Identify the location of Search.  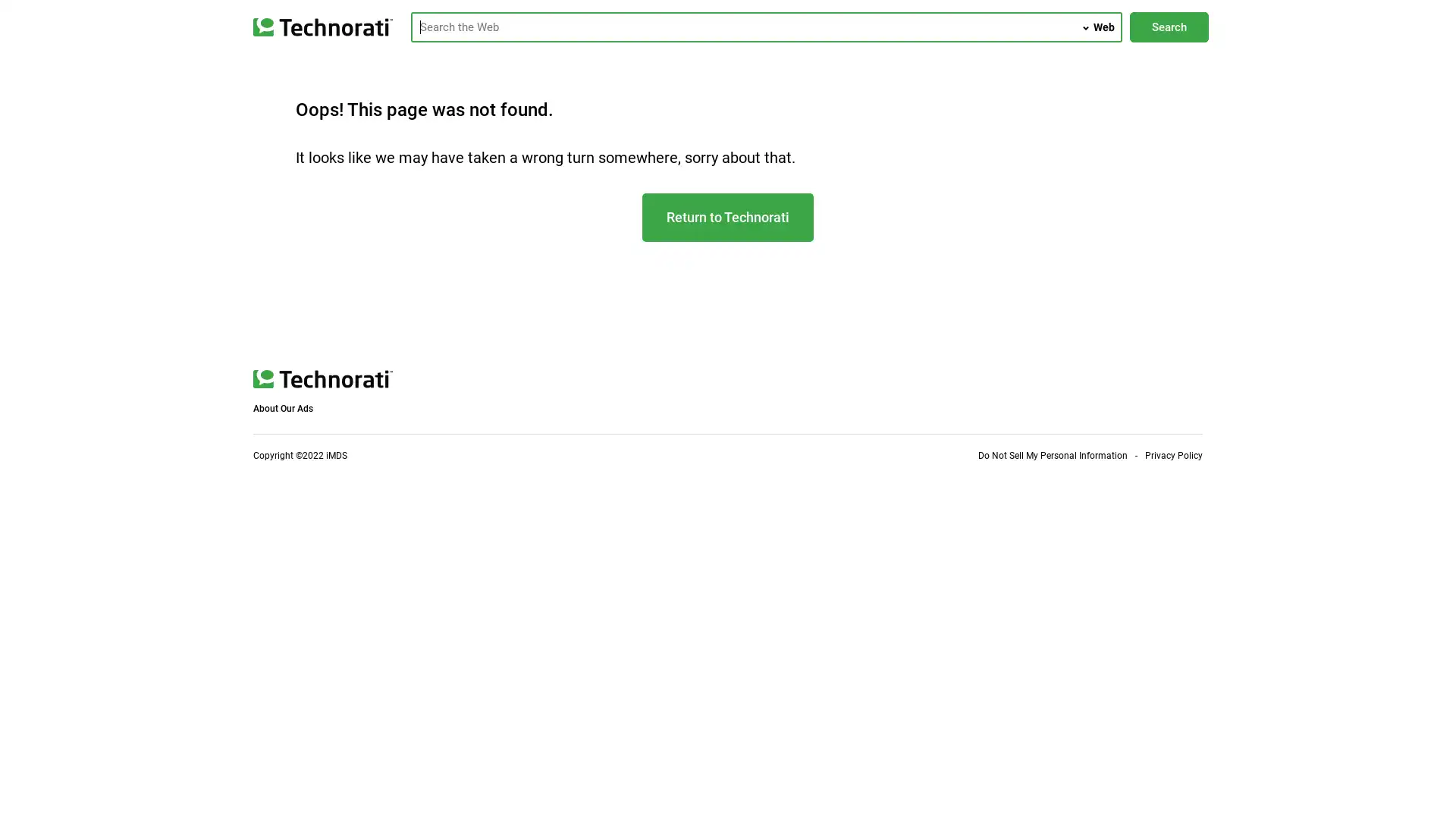
(1168, 27).